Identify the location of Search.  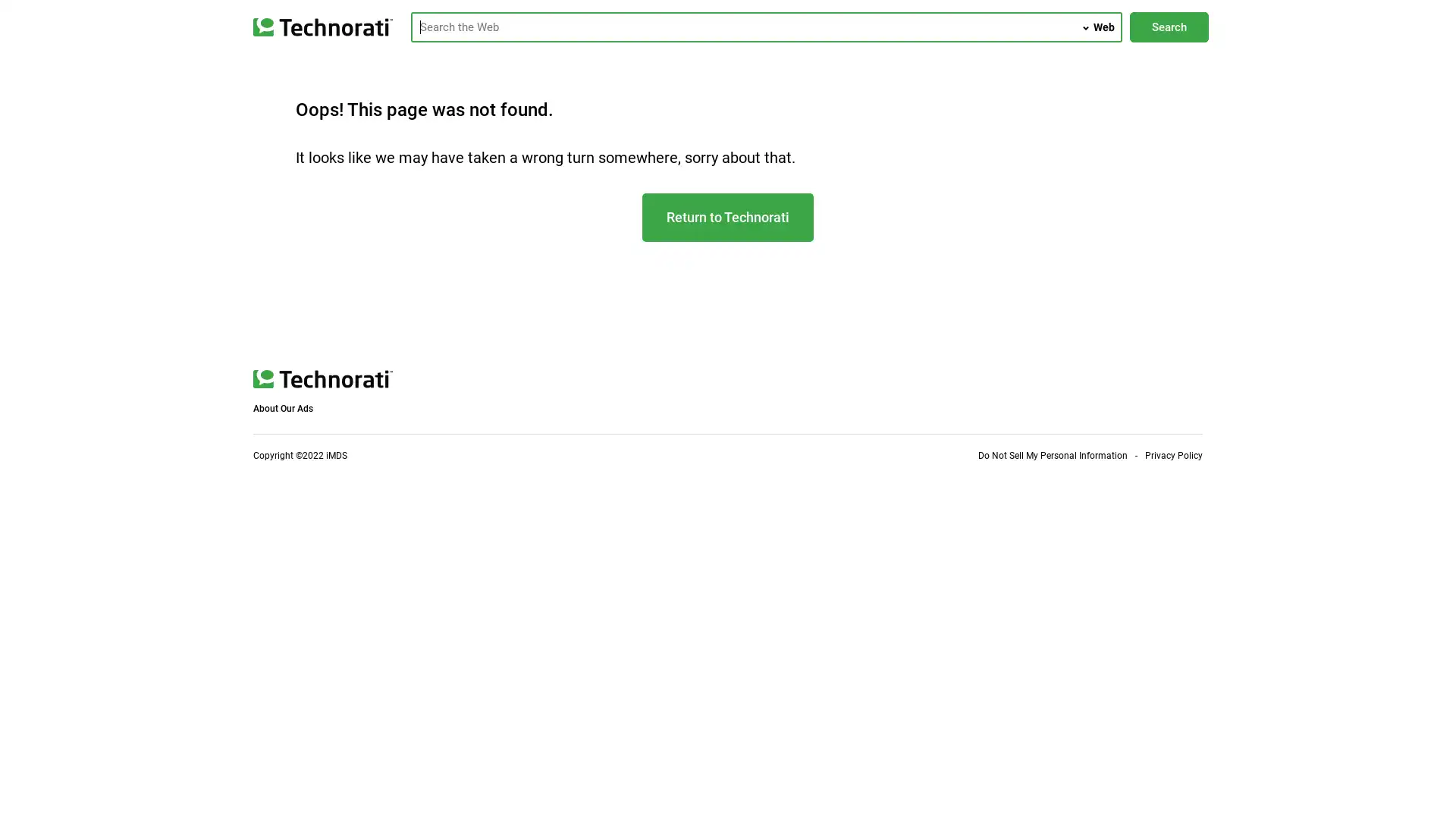
(1168, 27).